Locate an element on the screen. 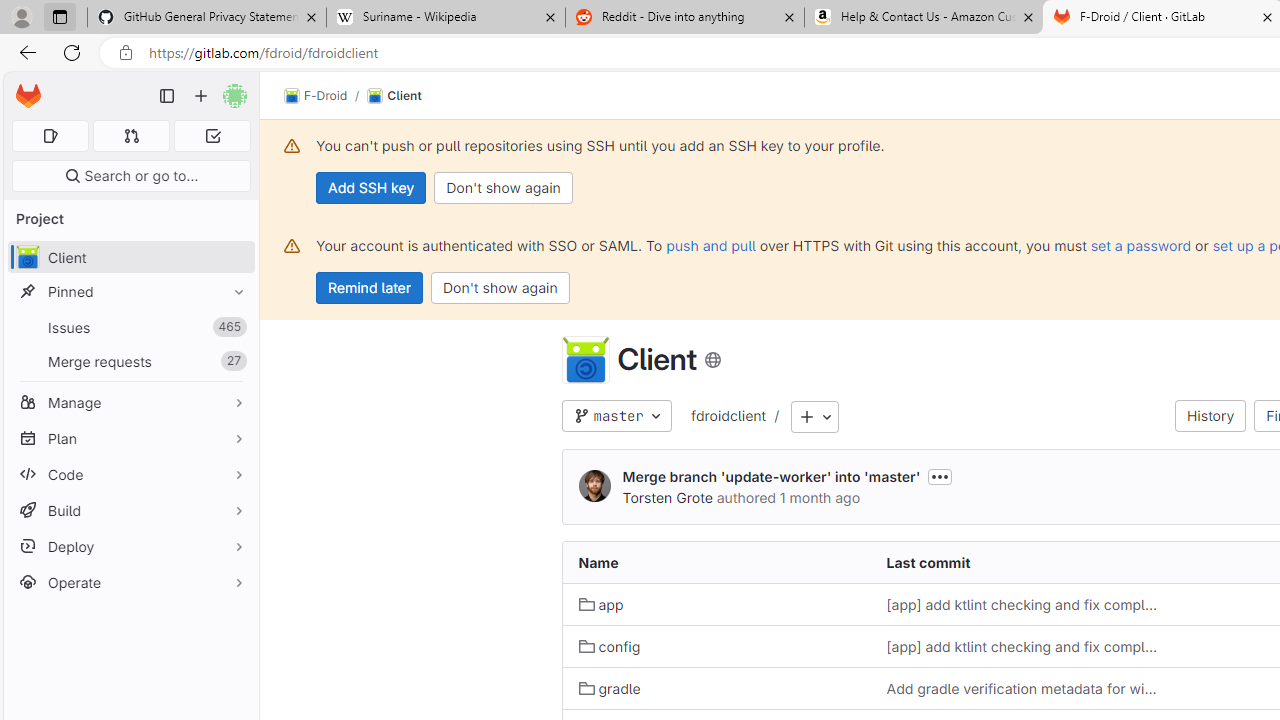  'Add SSH key' is located at coordinates (371, 187).